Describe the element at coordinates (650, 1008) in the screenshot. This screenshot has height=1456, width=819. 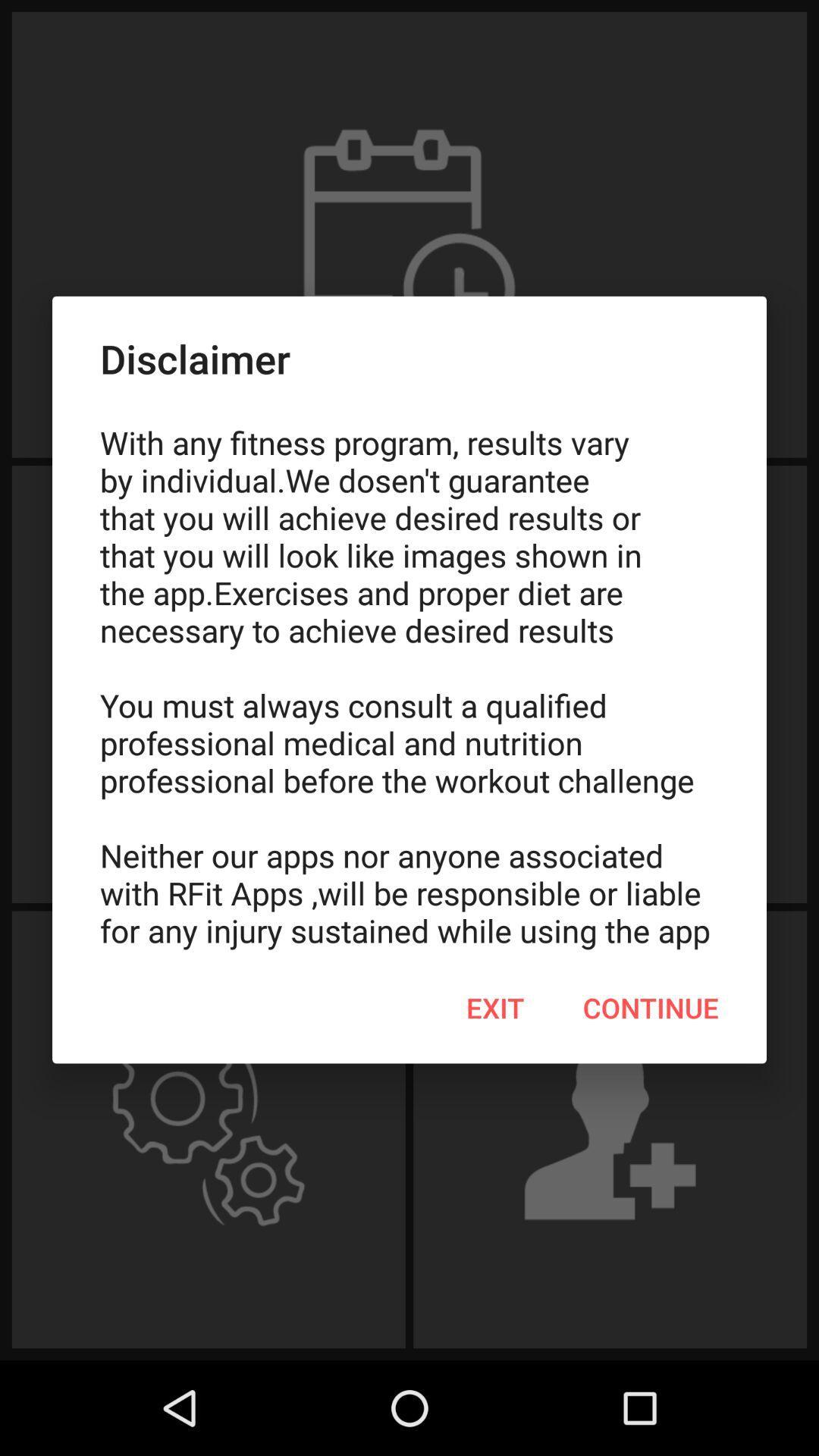
I see `continue at the bottom right corner` at that location.